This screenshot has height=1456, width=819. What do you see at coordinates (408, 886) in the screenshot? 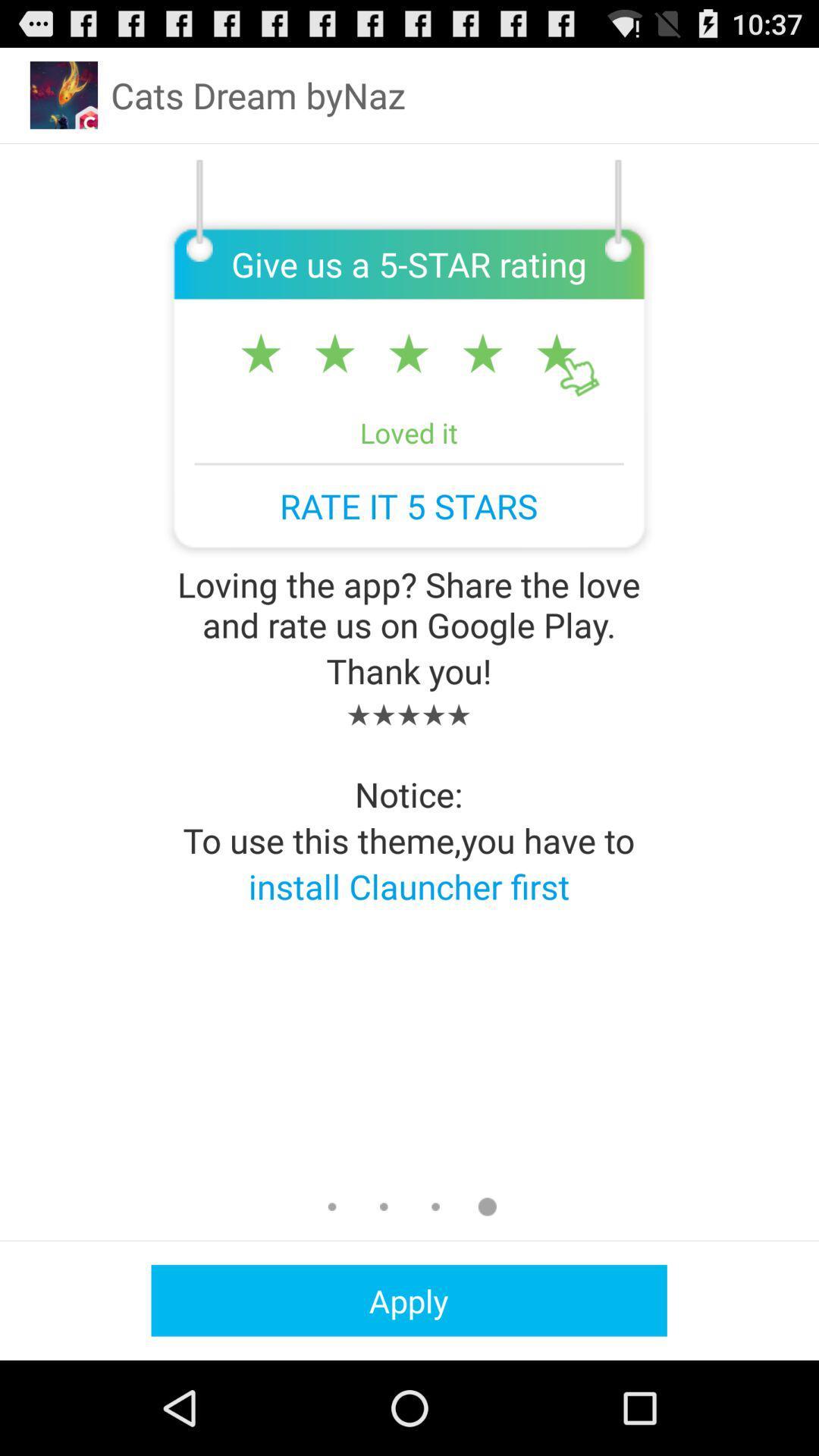
I see `install clauncher first app` at bounding box center [408, 886].